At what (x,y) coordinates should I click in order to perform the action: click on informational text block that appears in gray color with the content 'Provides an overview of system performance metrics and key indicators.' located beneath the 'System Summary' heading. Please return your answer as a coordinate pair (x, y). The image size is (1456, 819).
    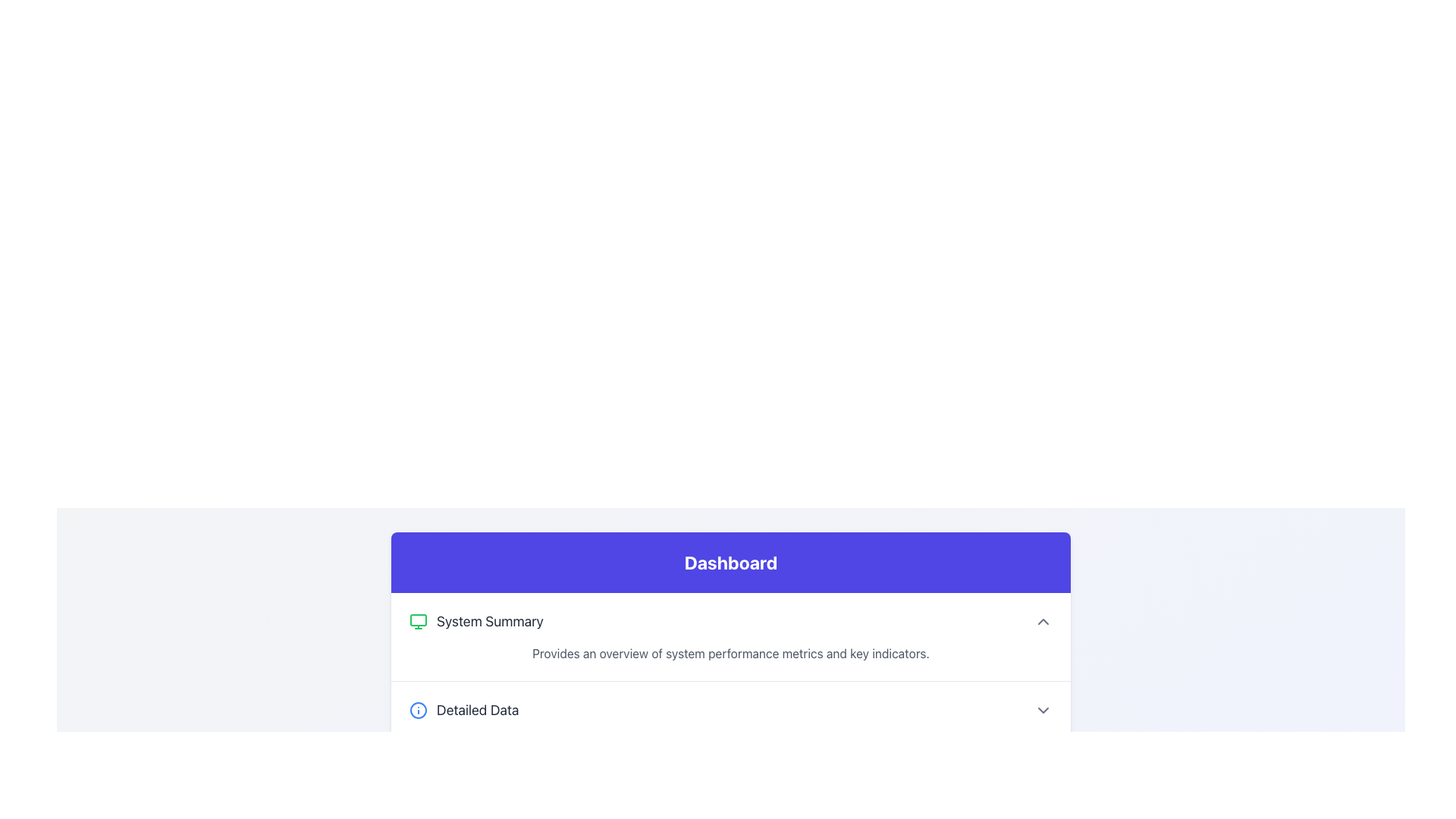
    Looking at the image, I should click on (731, 652).